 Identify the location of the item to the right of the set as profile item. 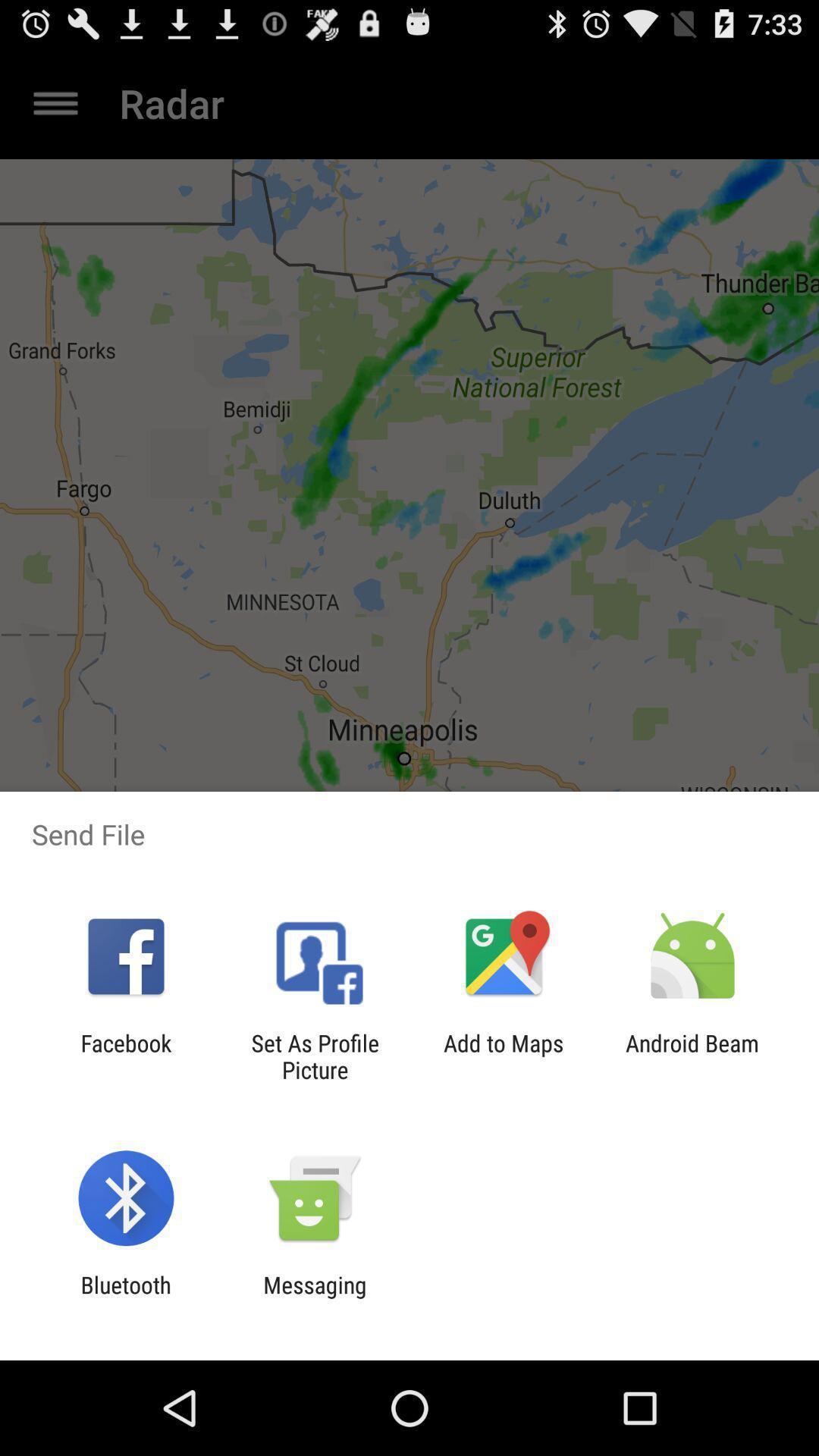
(504, 1056).